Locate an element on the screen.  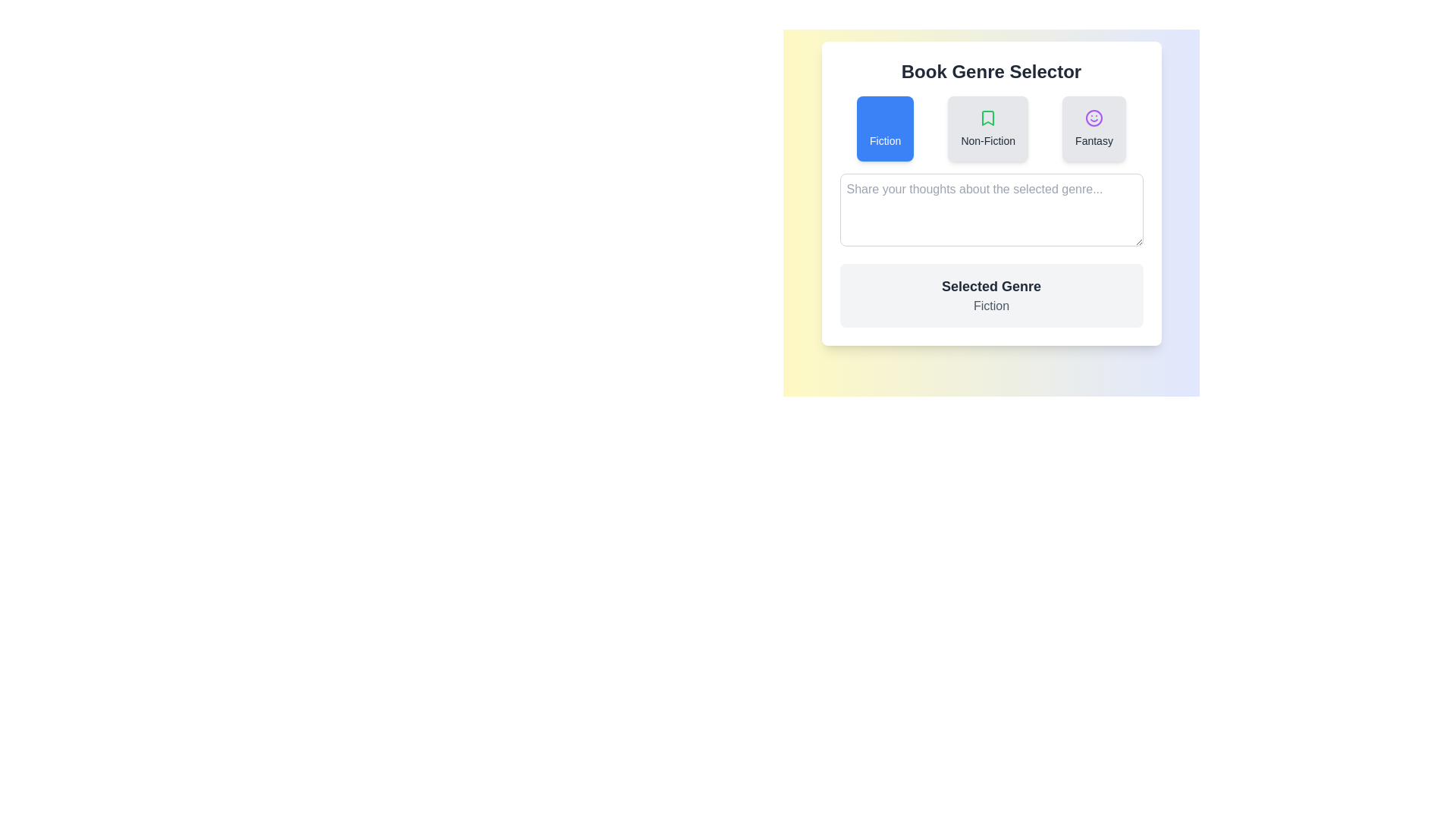
the 'Fantasy' genre label, which is the rightmost option in the 'Book Genre Selector' panel is located at coordinates (1094, 140).